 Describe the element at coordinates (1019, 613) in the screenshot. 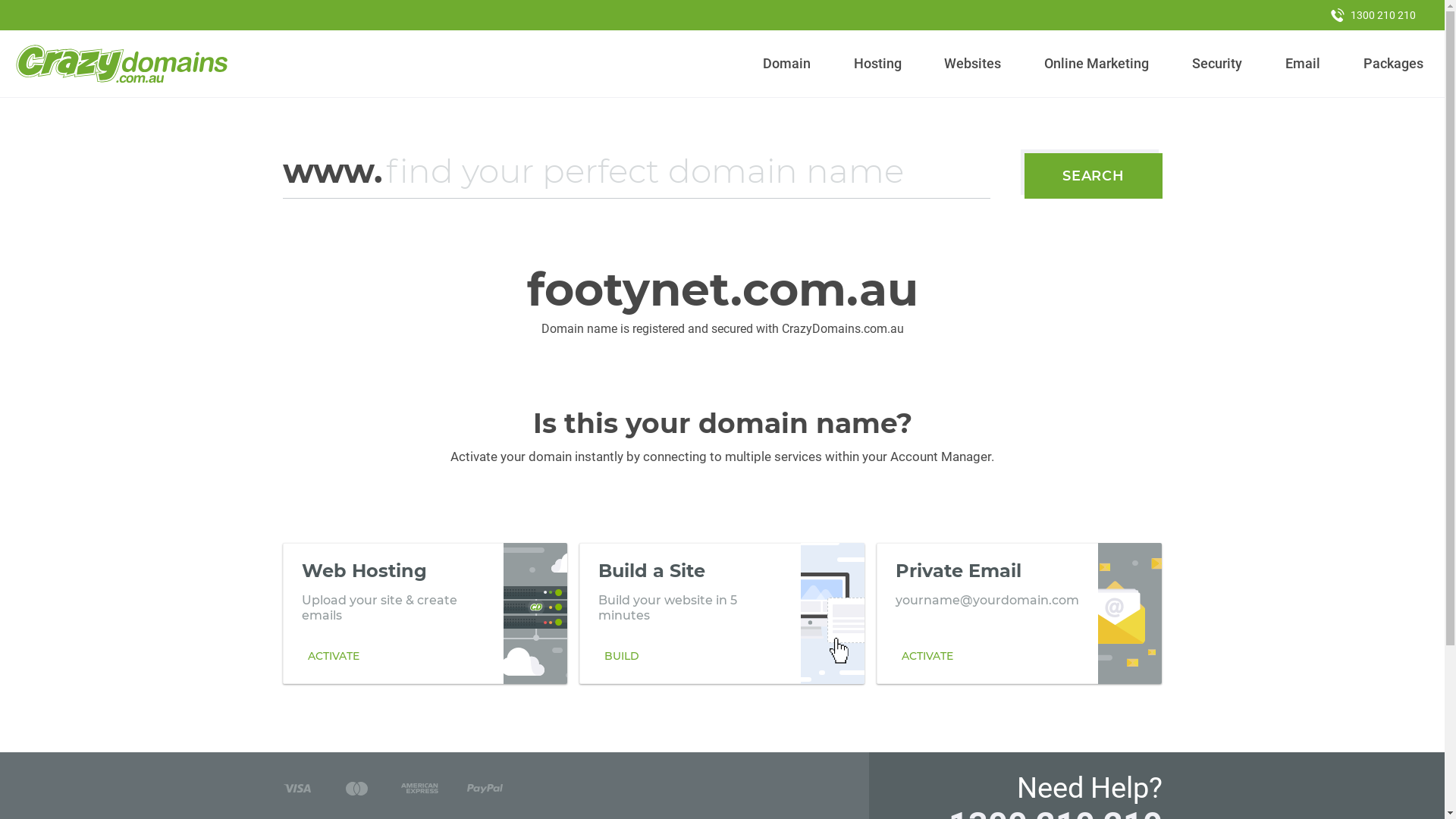

I see `'Private Email` at that location.